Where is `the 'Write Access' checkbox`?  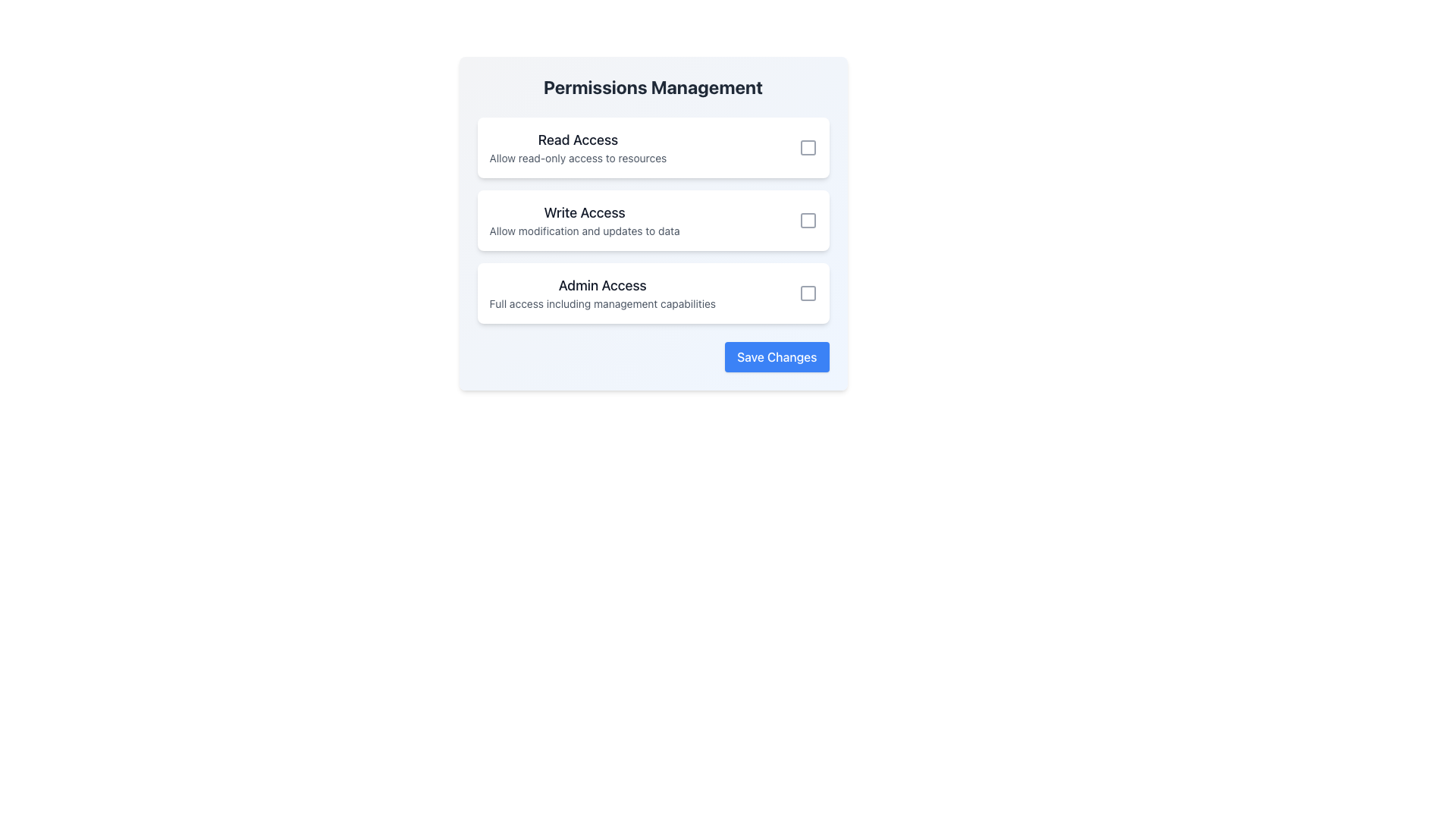
the 'Write Access' checkbox is located at coordinates (653, 220).